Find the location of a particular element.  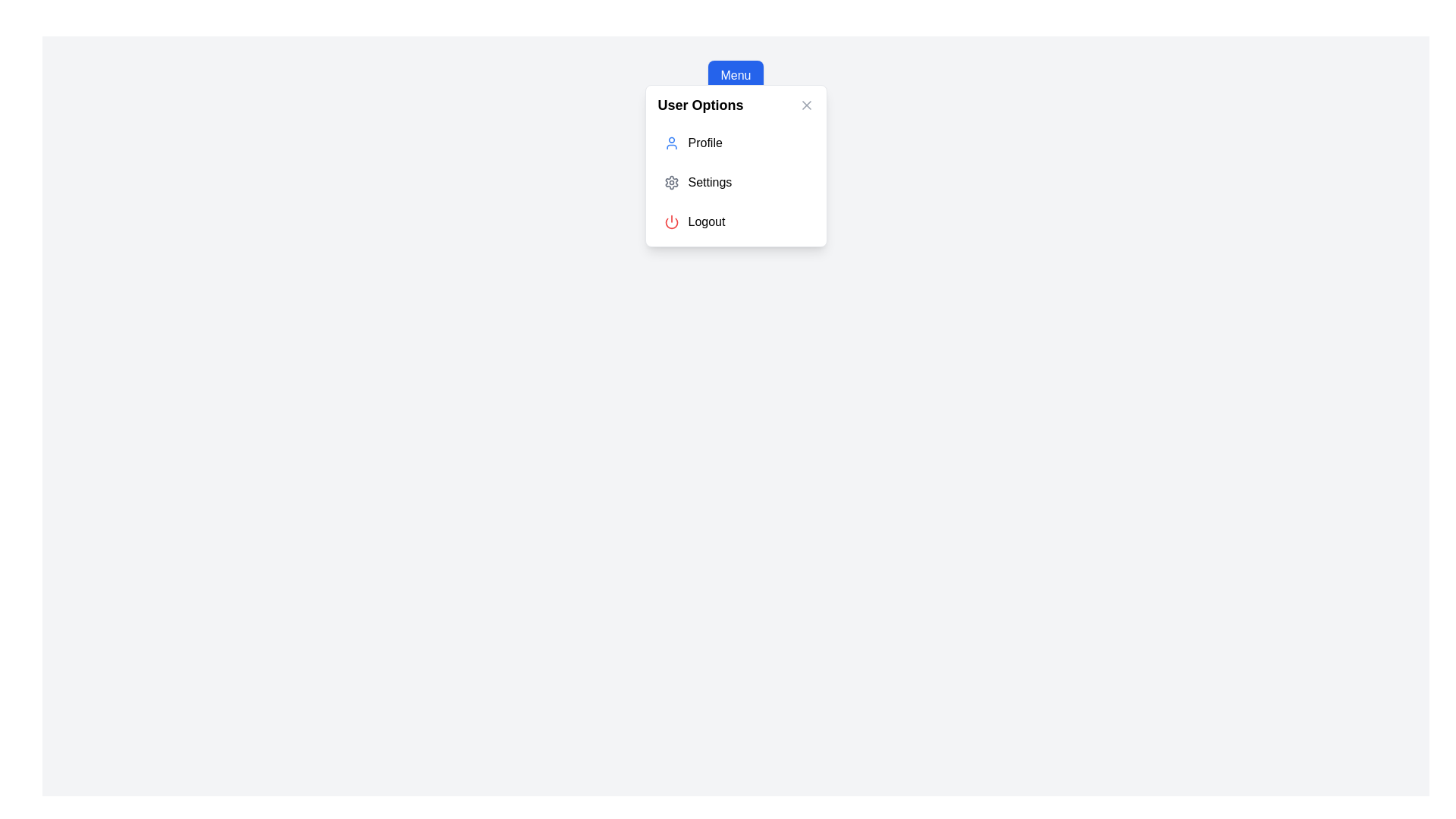

the power-off icon located inside the 'Logout' button, positioned to the left of the text 'Logout' is located at coordinates (670, 222).